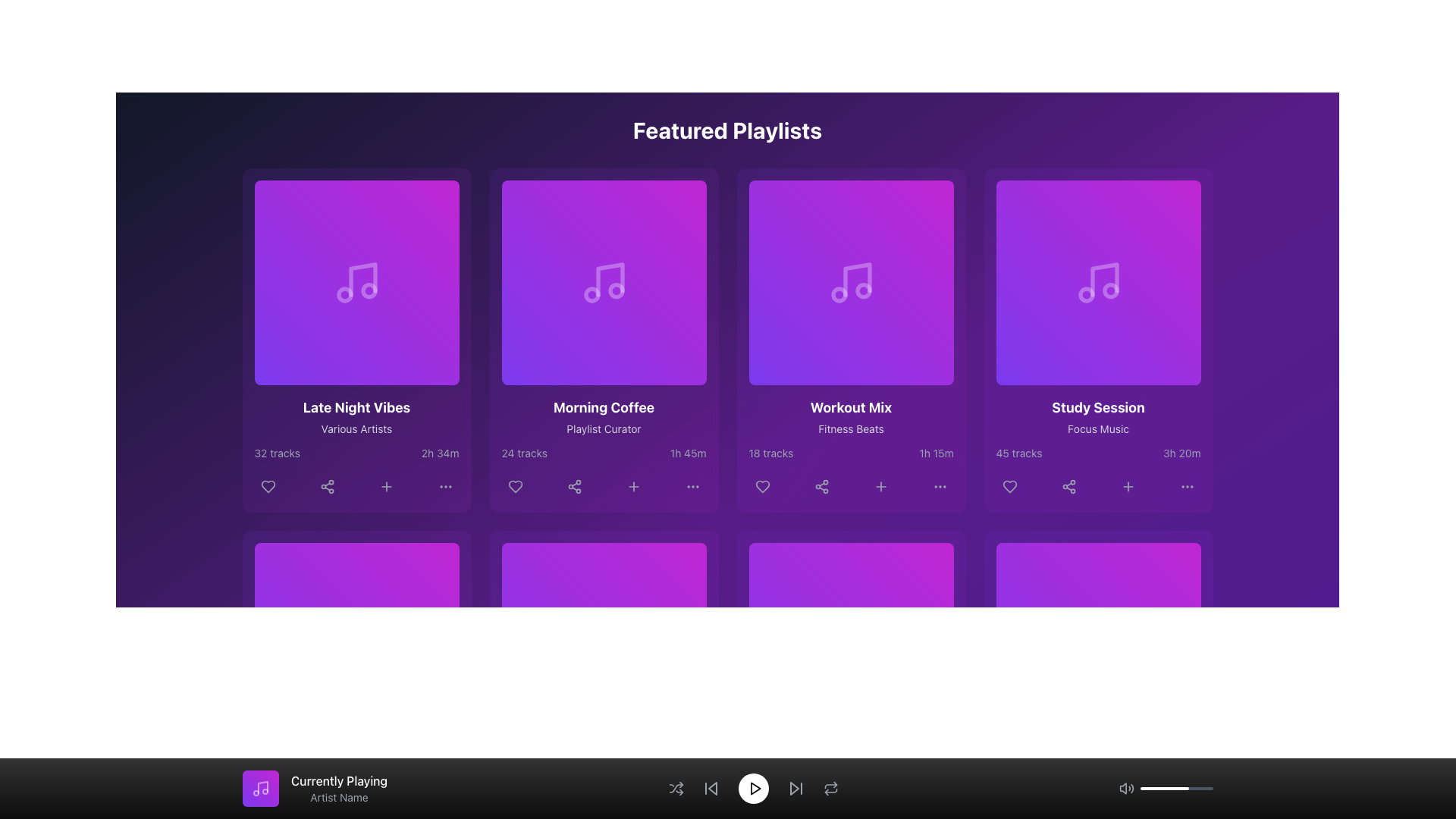 This screenshot has width=1456, height=819. Describe the element at coordinates (935, 452) in the screenshot. I see `the text label that displays the total duration of the tracks in the 'Workout Mix' playlist, located in the lower right portion of the playlist card` at that location.